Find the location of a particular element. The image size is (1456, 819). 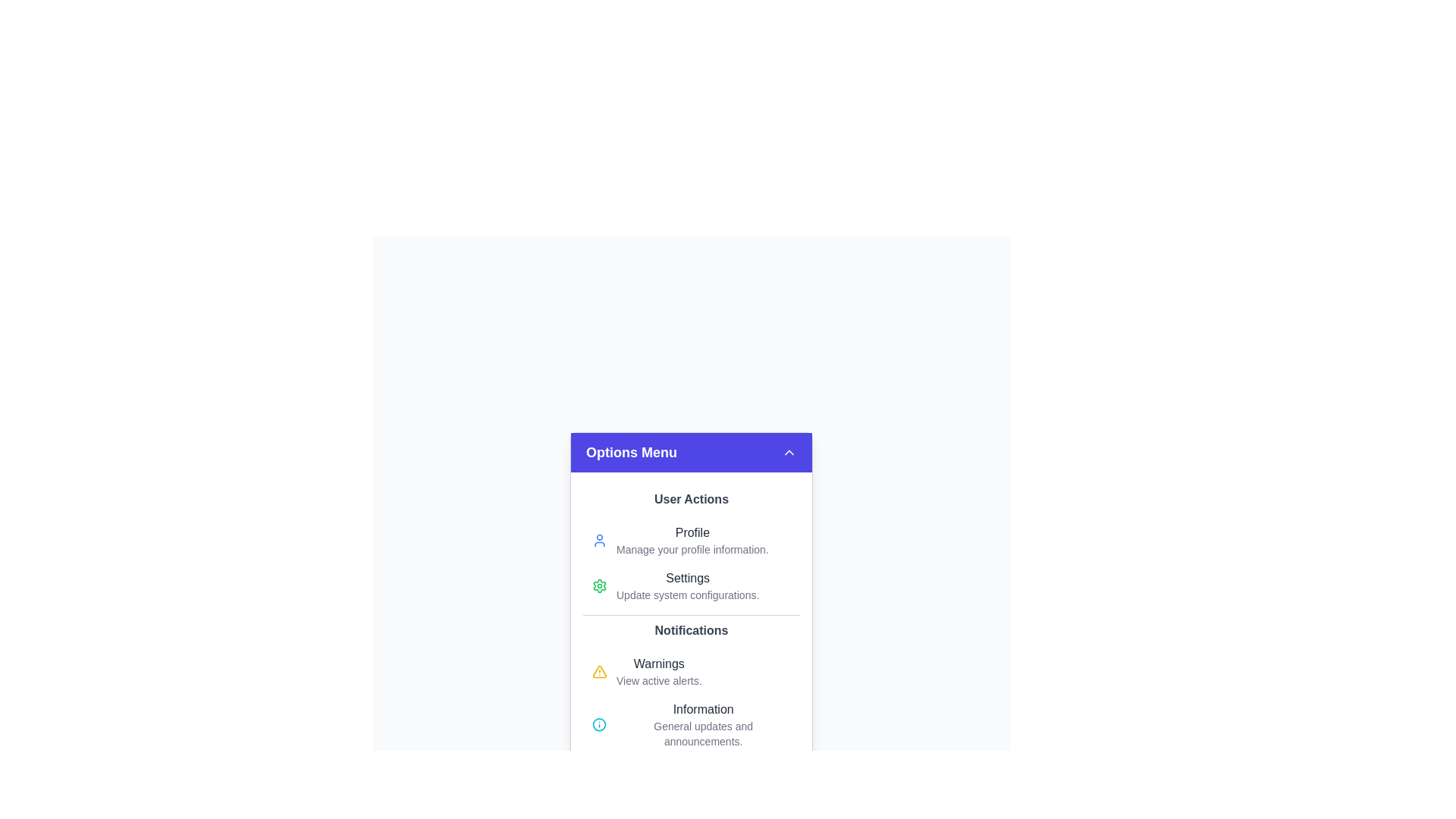

the 'Settings' icon is located at coordinates (599, 585).